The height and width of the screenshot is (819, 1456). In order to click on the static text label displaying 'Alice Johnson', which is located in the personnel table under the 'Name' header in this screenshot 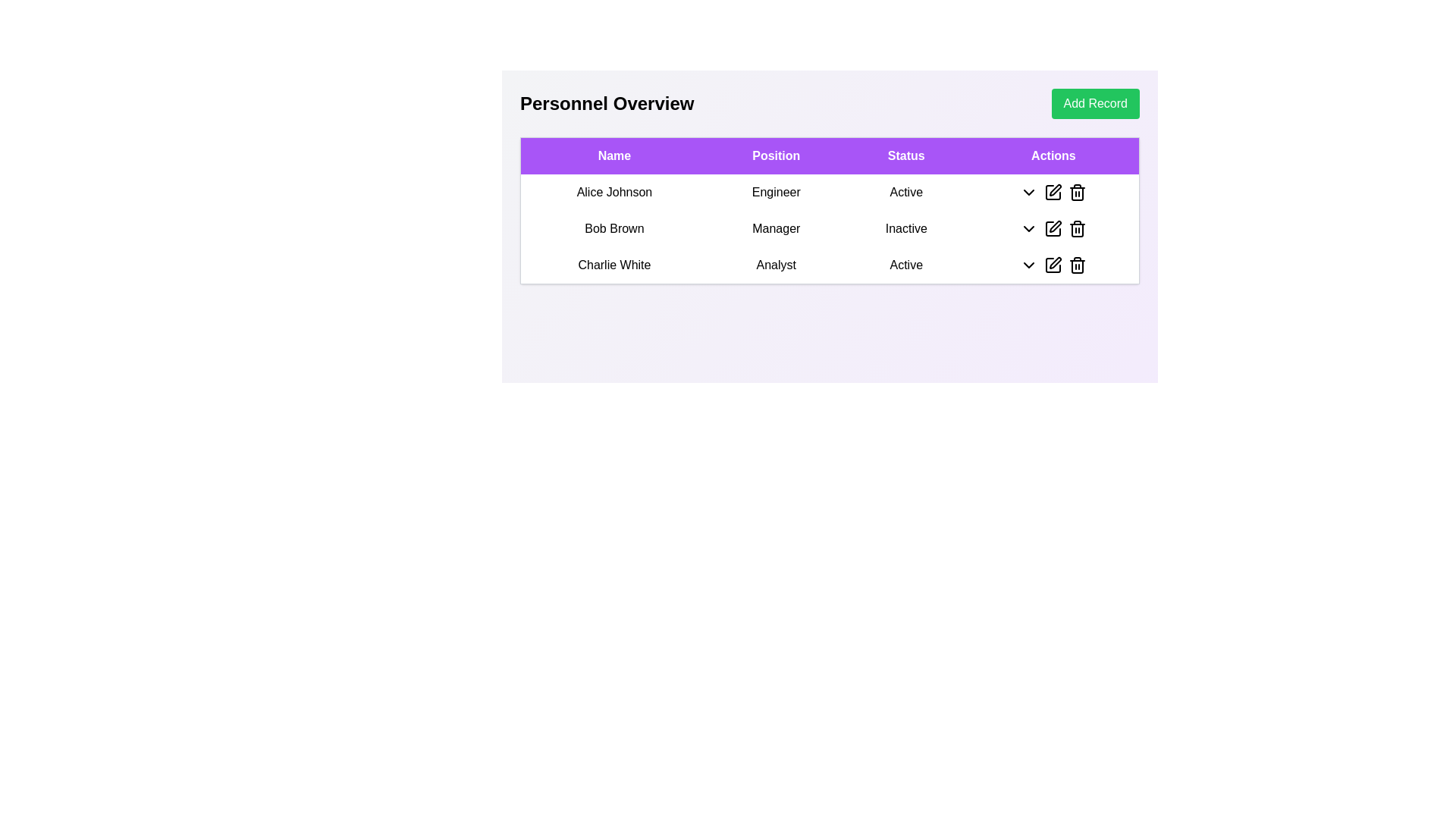, I will do `click(614, 192)`.